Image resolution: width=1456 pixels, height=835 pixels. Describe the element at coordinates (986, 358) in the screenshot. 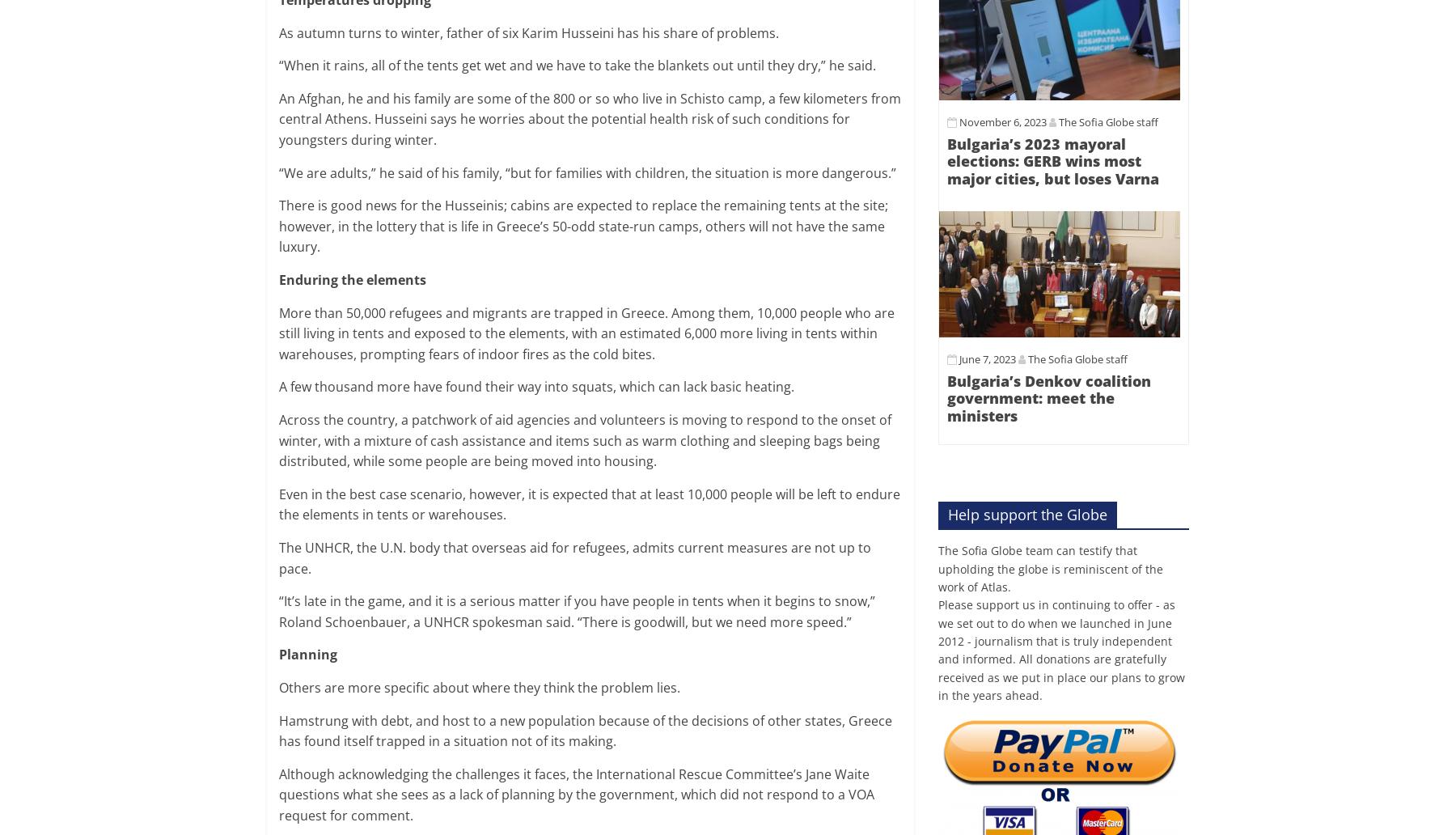

I see `'June 7, 2023'` at that location.